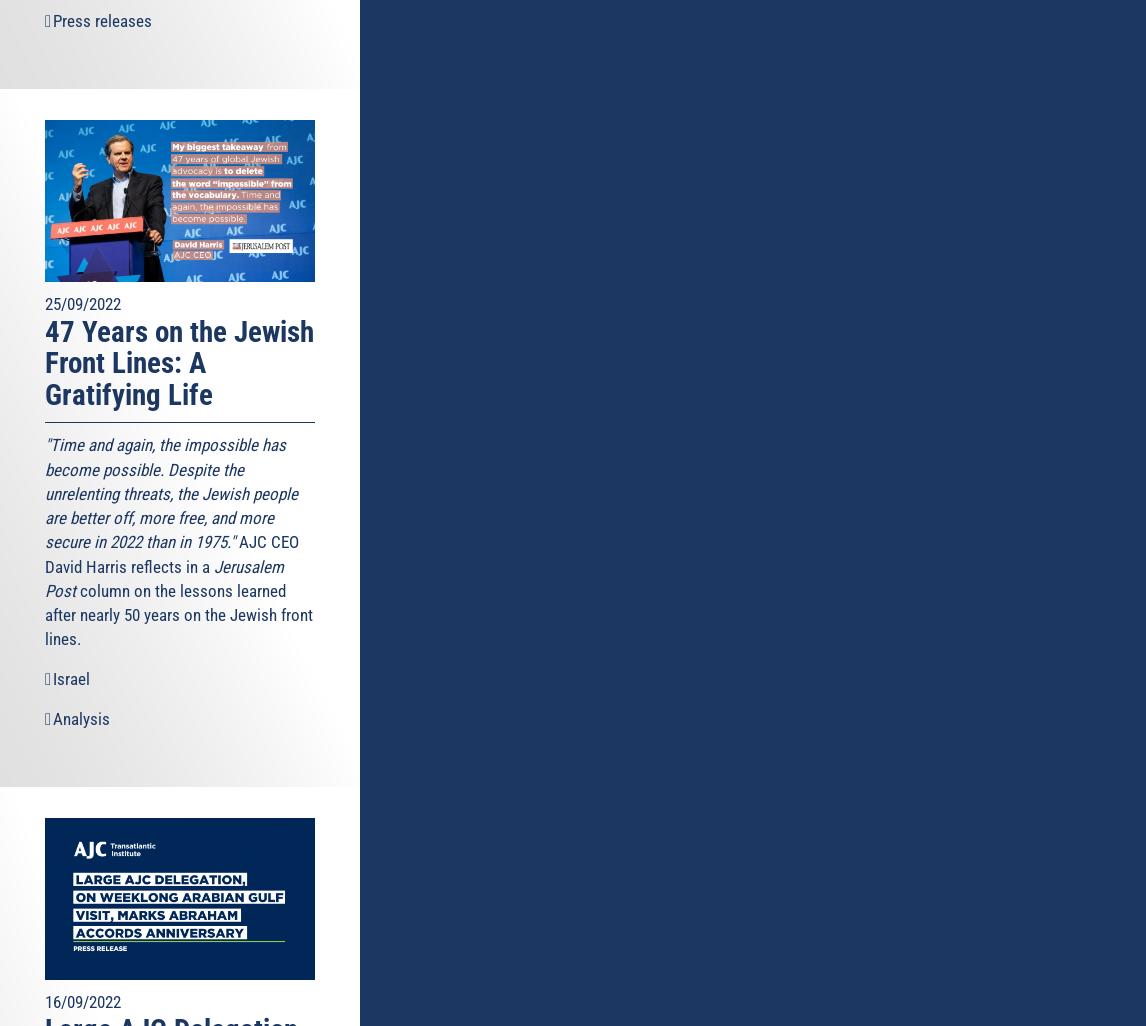 The image size is (1146, 1026). What do you see at coordinates (102, 20) in the screenshot?
I see `'Press releases'` at bounding box center [102, 20].